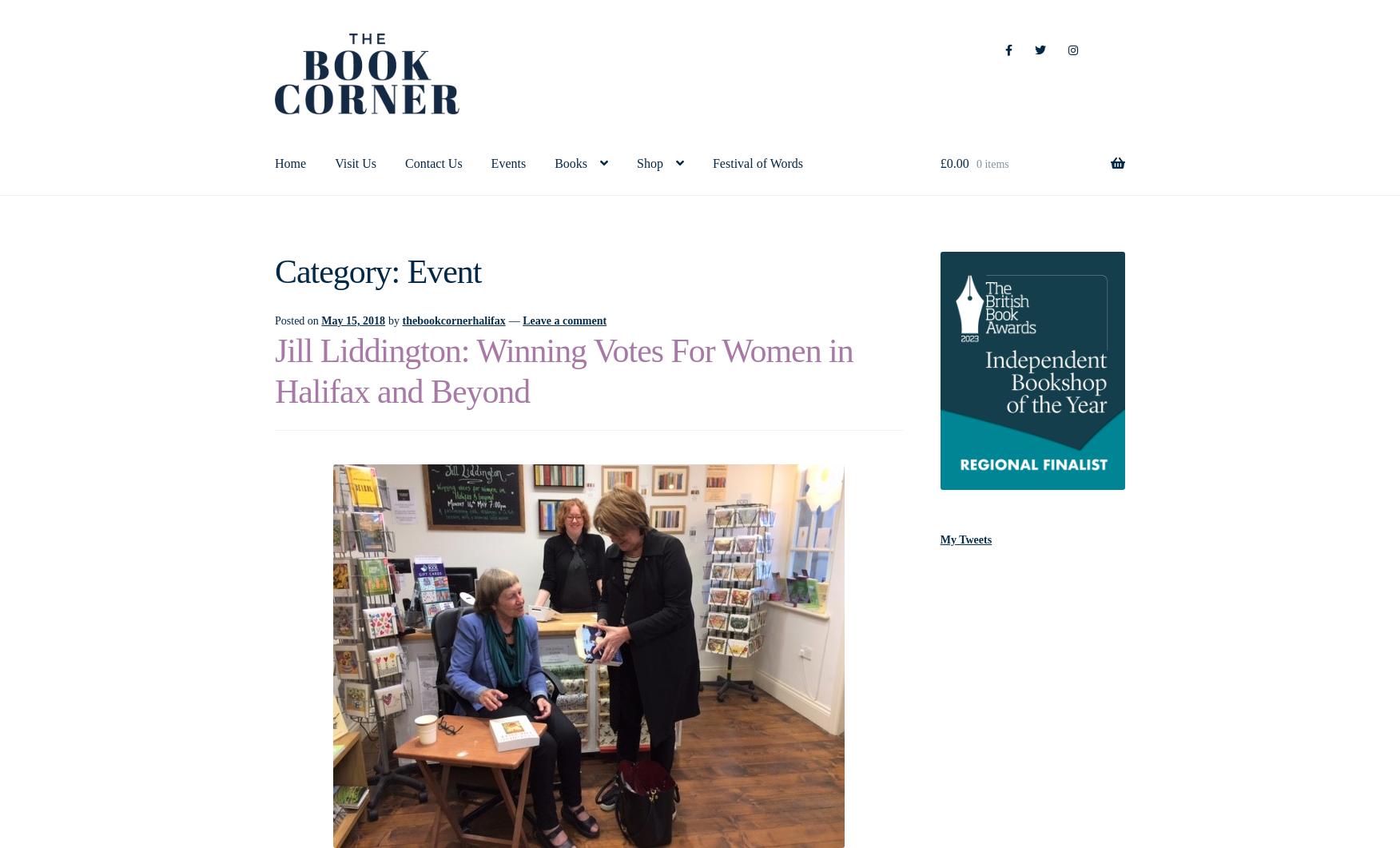 This screenshot has height=848, width=1400. Describe the element at coordinates (297, 320) in the screenshot. I see `'Posted on'` at that location.